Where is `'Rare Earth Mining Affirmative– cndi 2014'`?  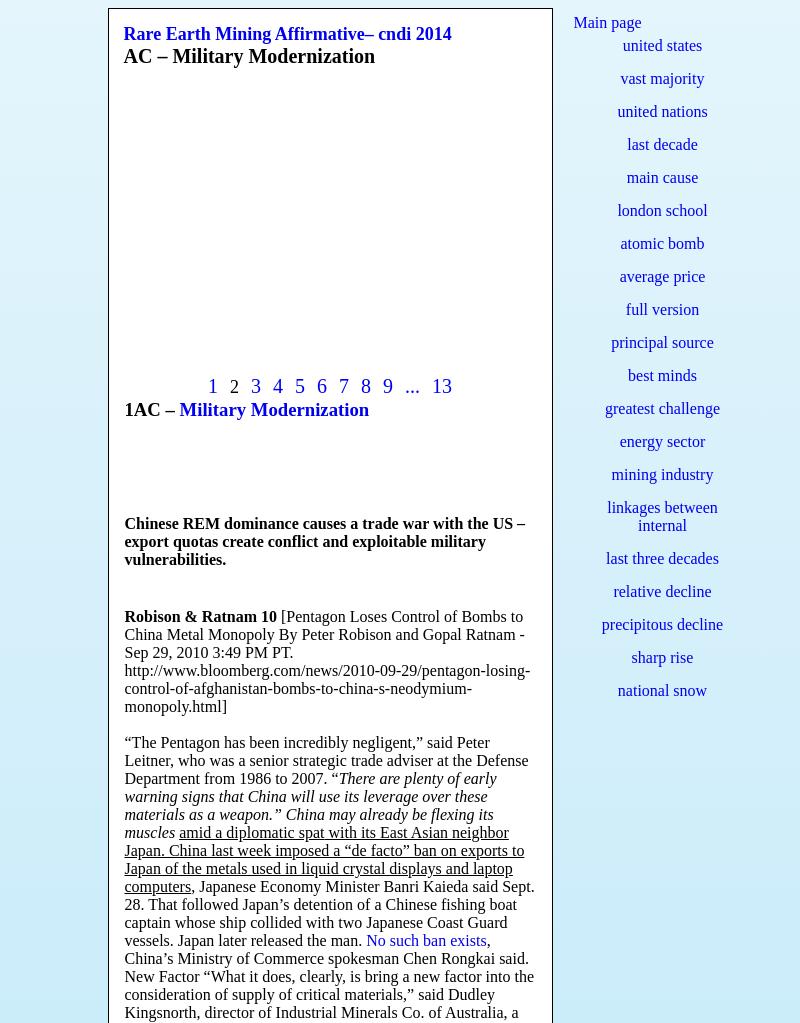 'Rare Earth Mining Affirmative– cndi 2014' is located at coordinates (287, 33).